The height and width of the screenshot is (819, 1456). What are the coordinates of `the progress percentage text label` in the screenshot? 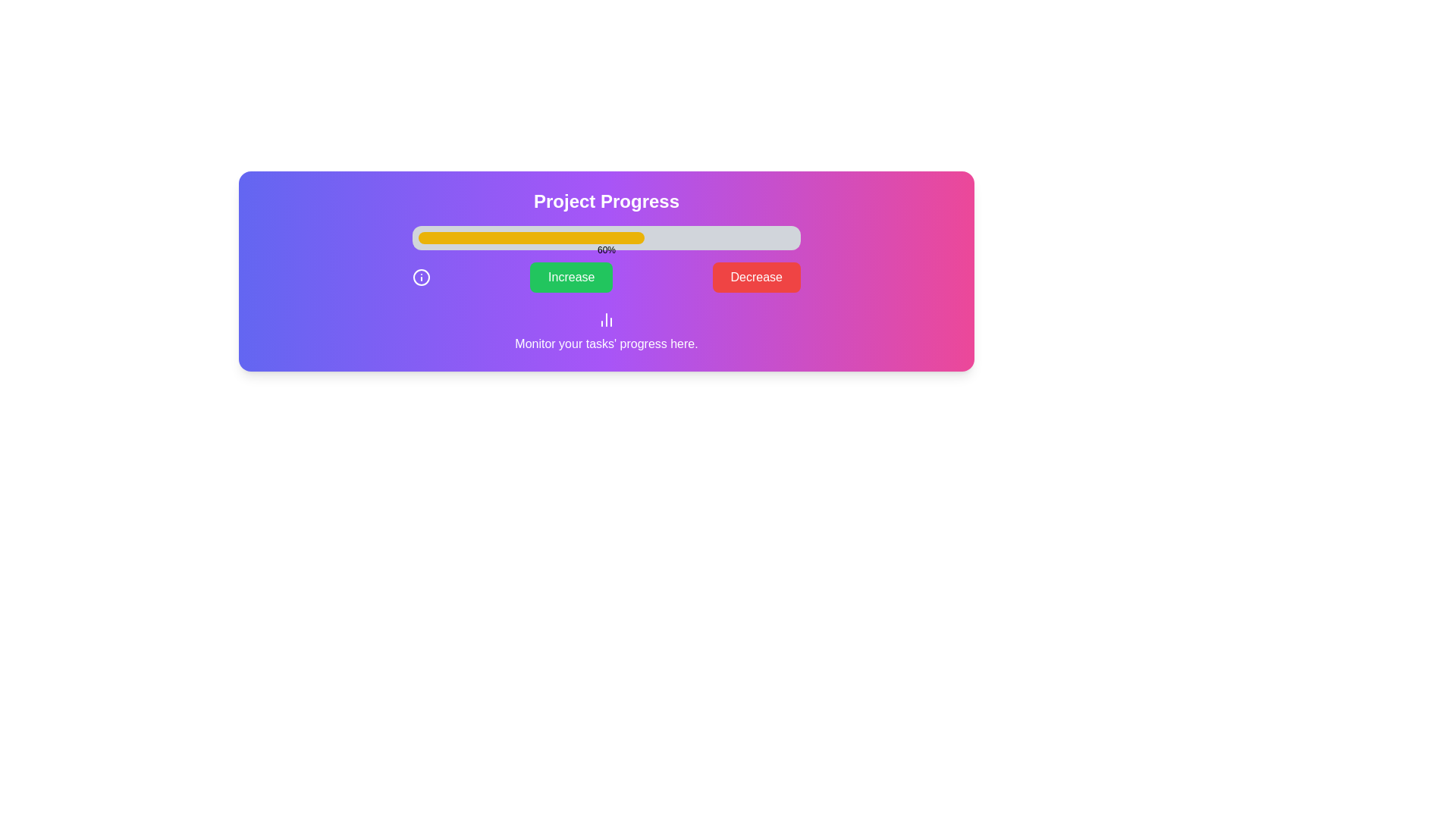 It's located at (607, 249).